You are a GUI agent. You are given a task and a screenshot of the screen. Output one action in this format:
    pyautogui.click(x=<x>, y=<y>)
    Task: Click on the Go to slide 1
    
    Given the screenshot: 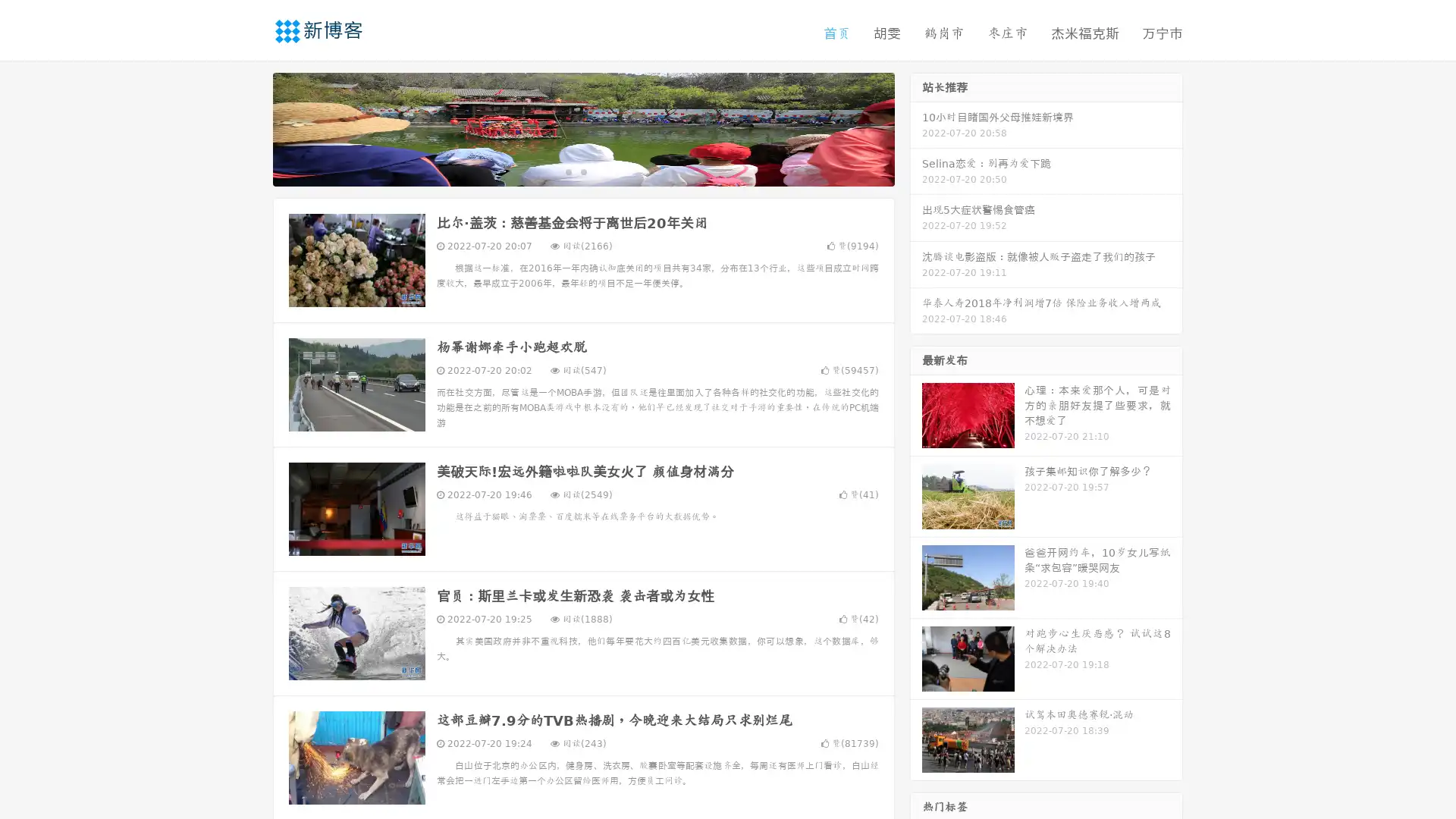 What is the action you would take?
    pyautogui.click(x=567, y=171)
    